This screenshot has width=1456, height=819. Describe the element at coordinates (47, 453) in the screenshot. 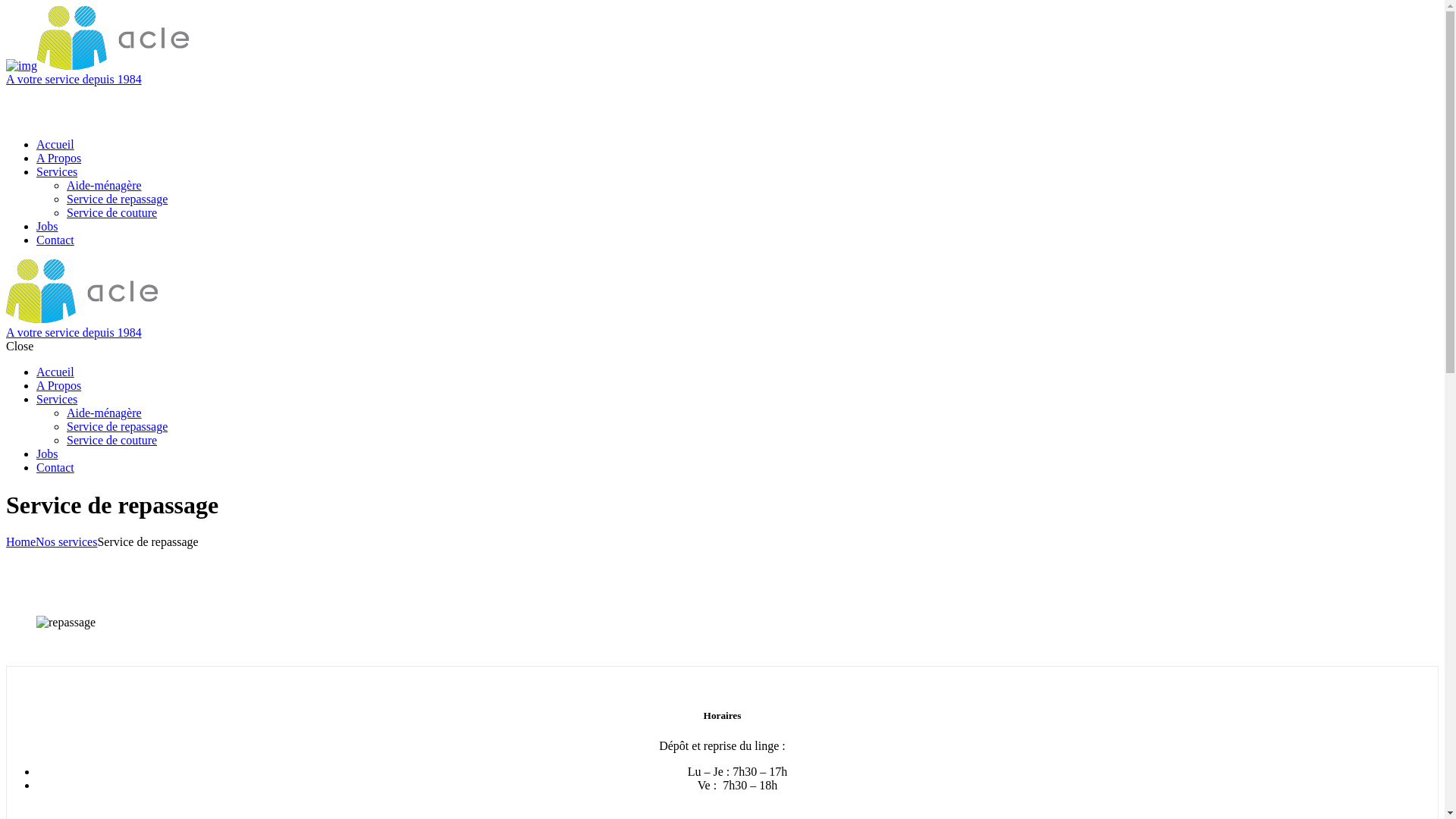

I see `'Jobs'` at that location.